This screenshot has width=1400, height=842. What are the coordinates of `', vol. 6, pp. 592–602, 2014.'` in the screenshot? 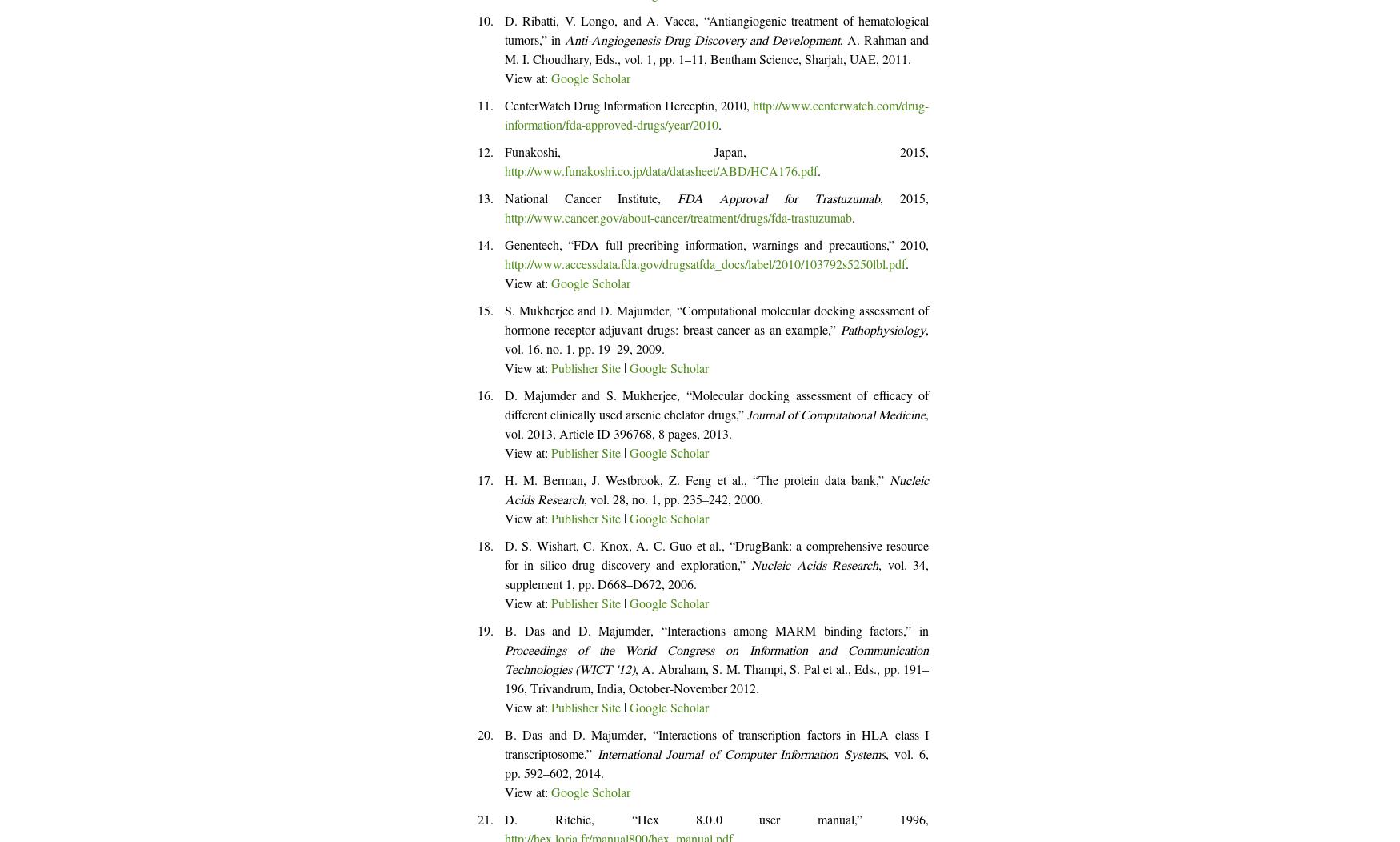 It's located at (716, 765).